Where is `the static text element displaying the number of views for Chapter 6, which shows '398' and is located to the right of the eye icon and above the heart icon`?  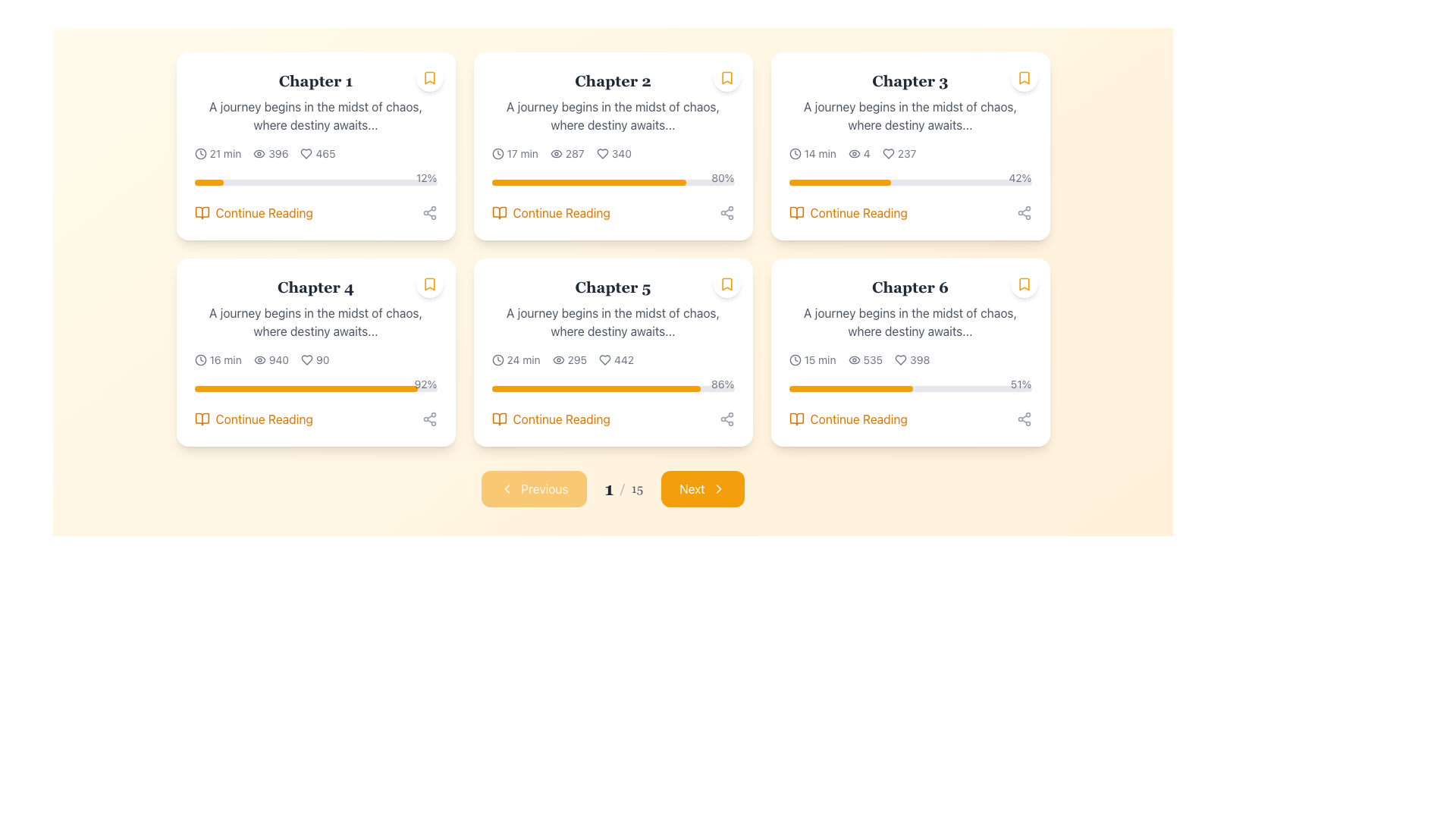
the static text element displaying the number of views for Chapter 6, which shows '398' and is located to the right of the eye icon and above the heart icon is located at coordinates (873, 359).